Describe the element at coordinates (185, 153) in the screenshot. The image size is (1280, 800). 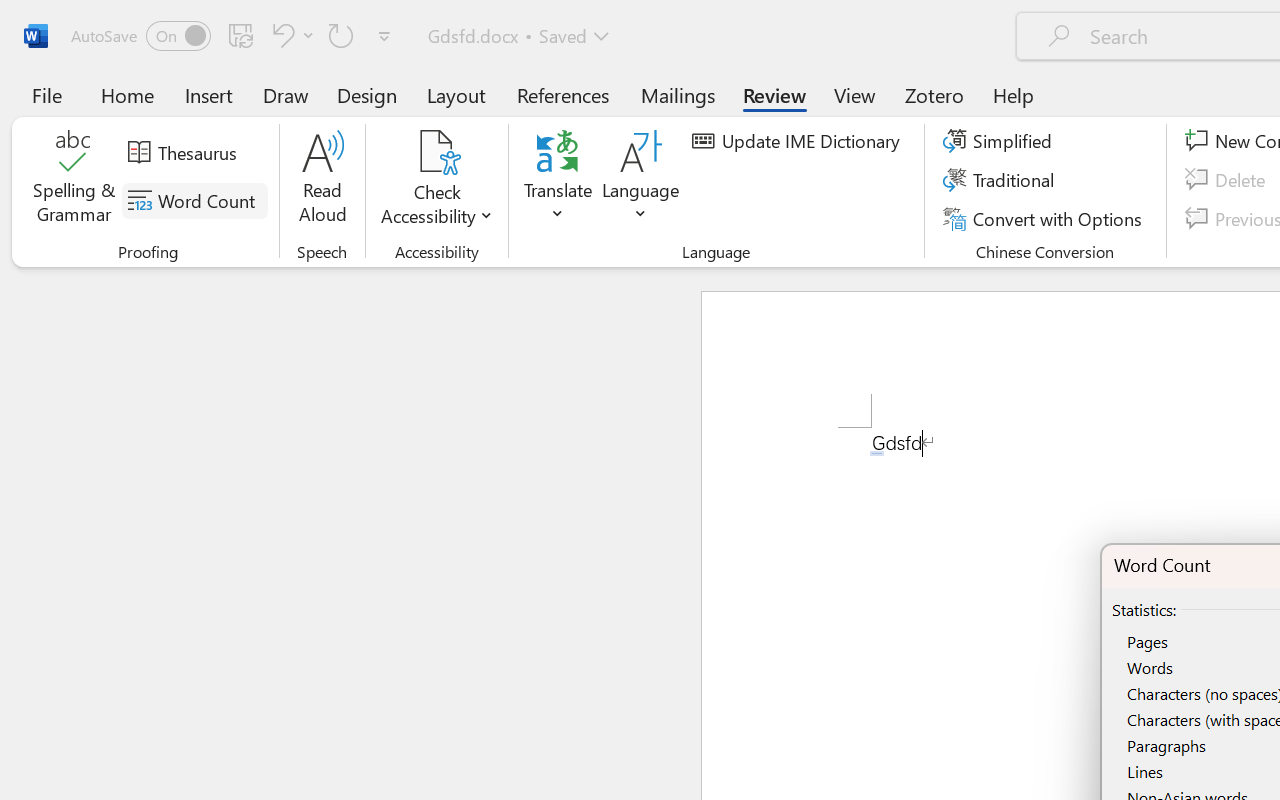
I see `'Thesaurus...'` at that location.